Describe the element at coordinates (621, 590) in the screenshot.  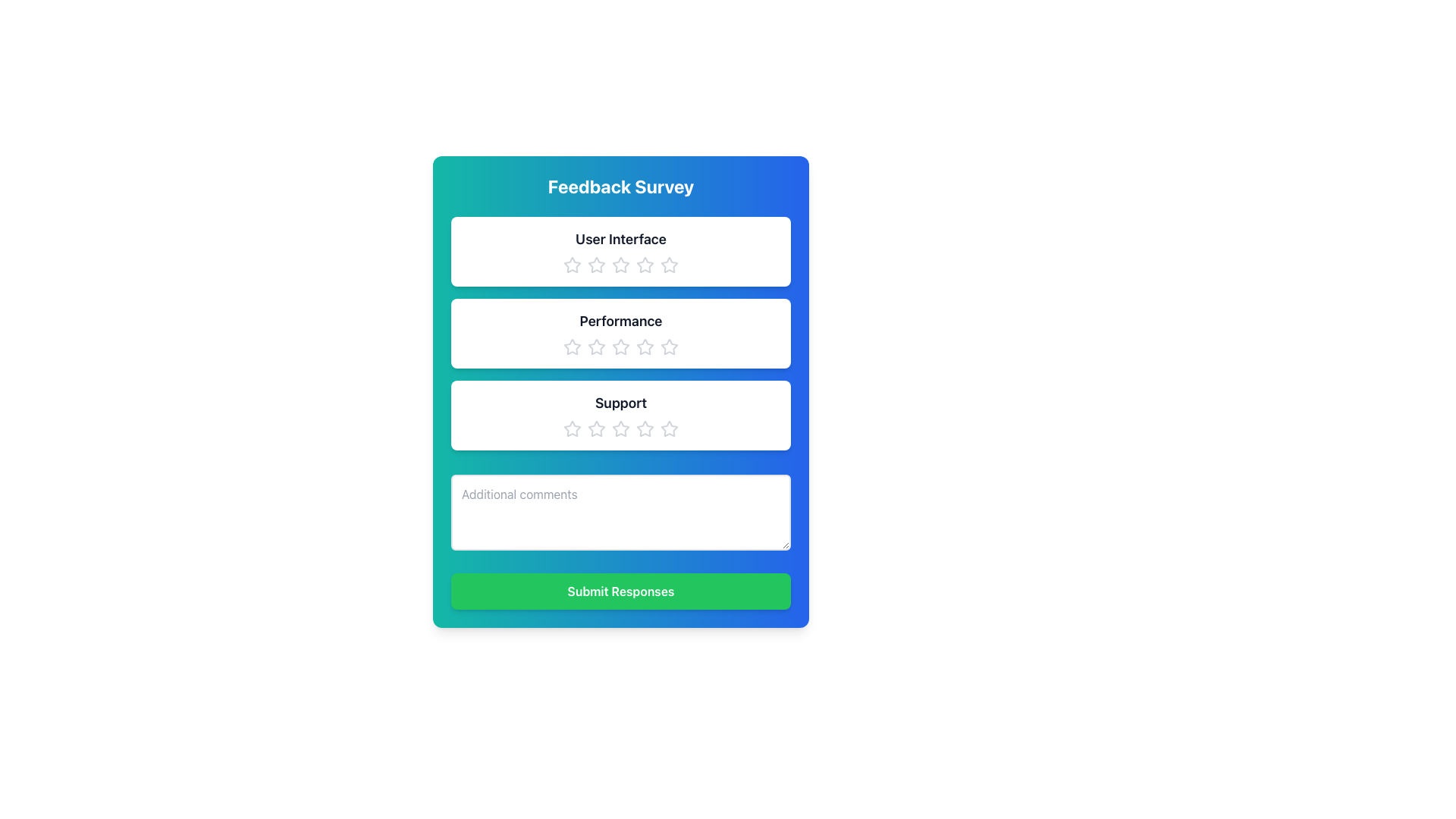
I see `the green rectangular button with rounded corners labeled 'Submit Responses' at the bottom of the card` at that location.